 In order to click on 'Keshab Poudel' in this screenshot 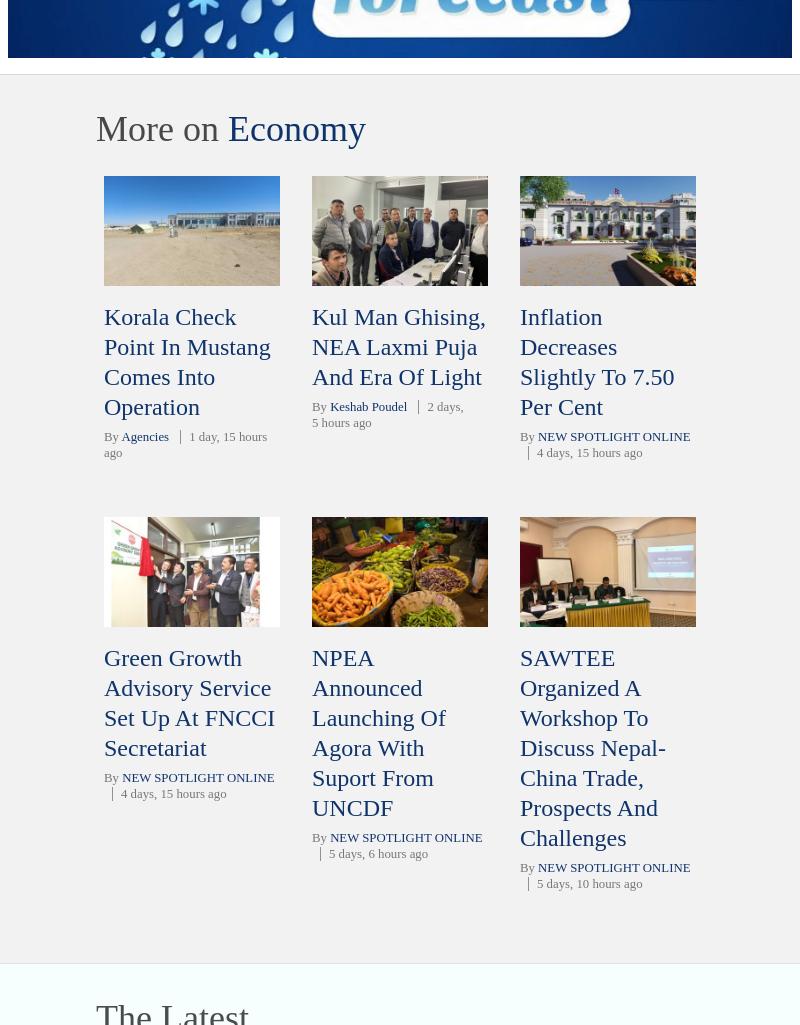, I will do `click(367, 407)`.